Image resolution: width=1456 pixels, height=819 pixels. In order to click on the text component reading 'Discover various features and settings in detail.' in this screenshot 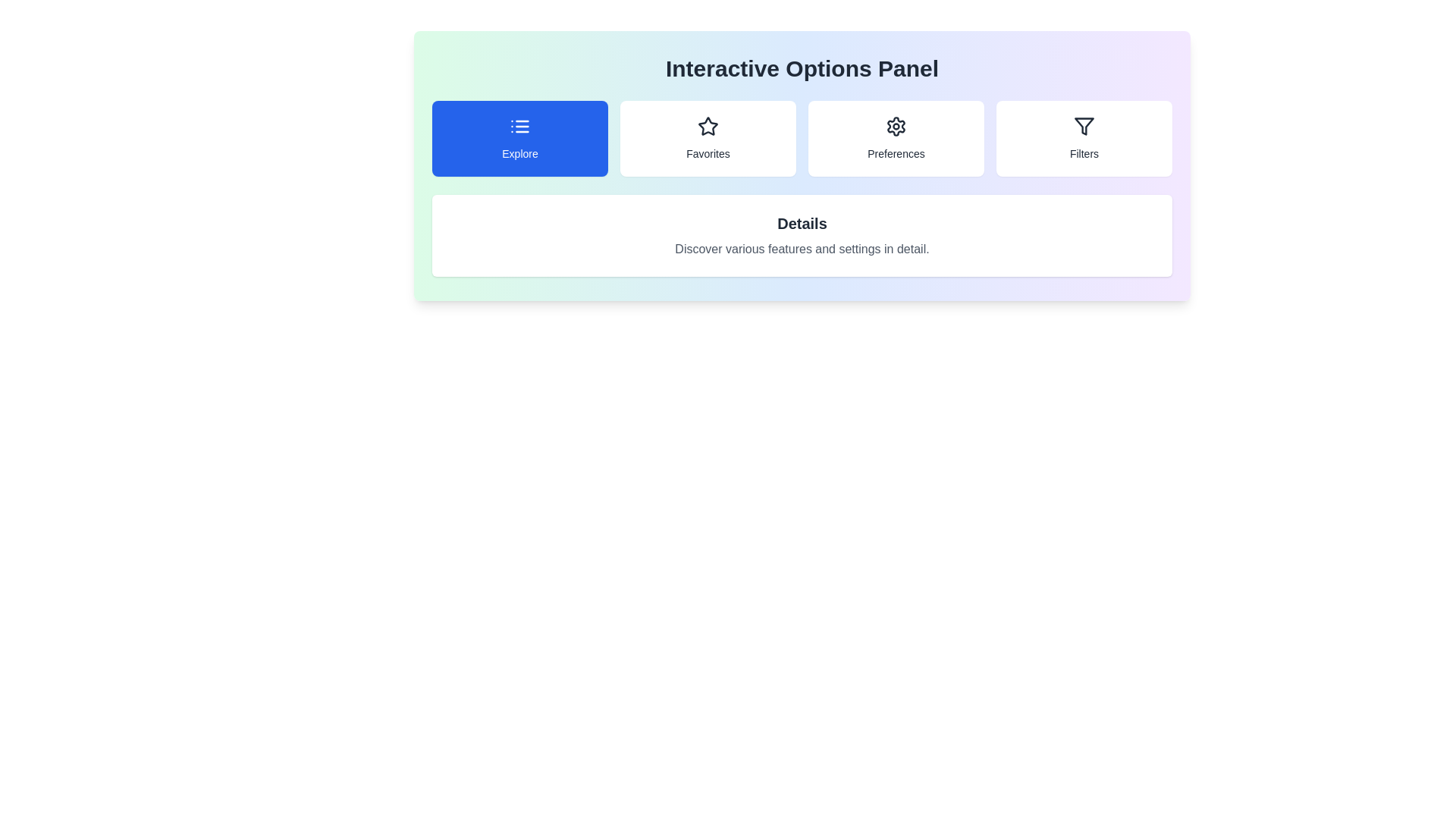, I will do `click(801, 248)`.